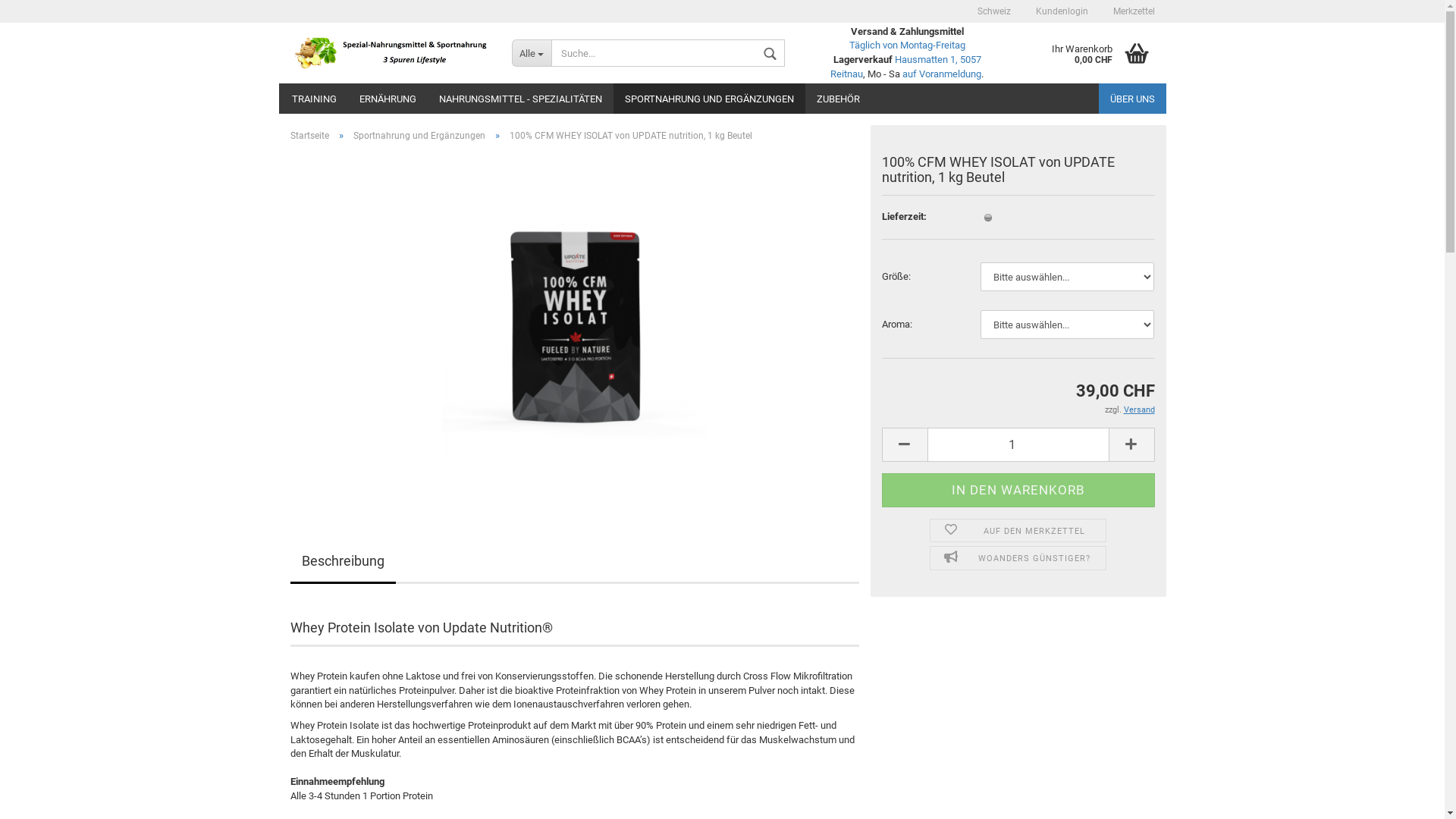 The image size is (1456, 819). Describe the element at coordinates (1018, 52) in the screenshot. I see `'Ihr Warenkorb` at that location.